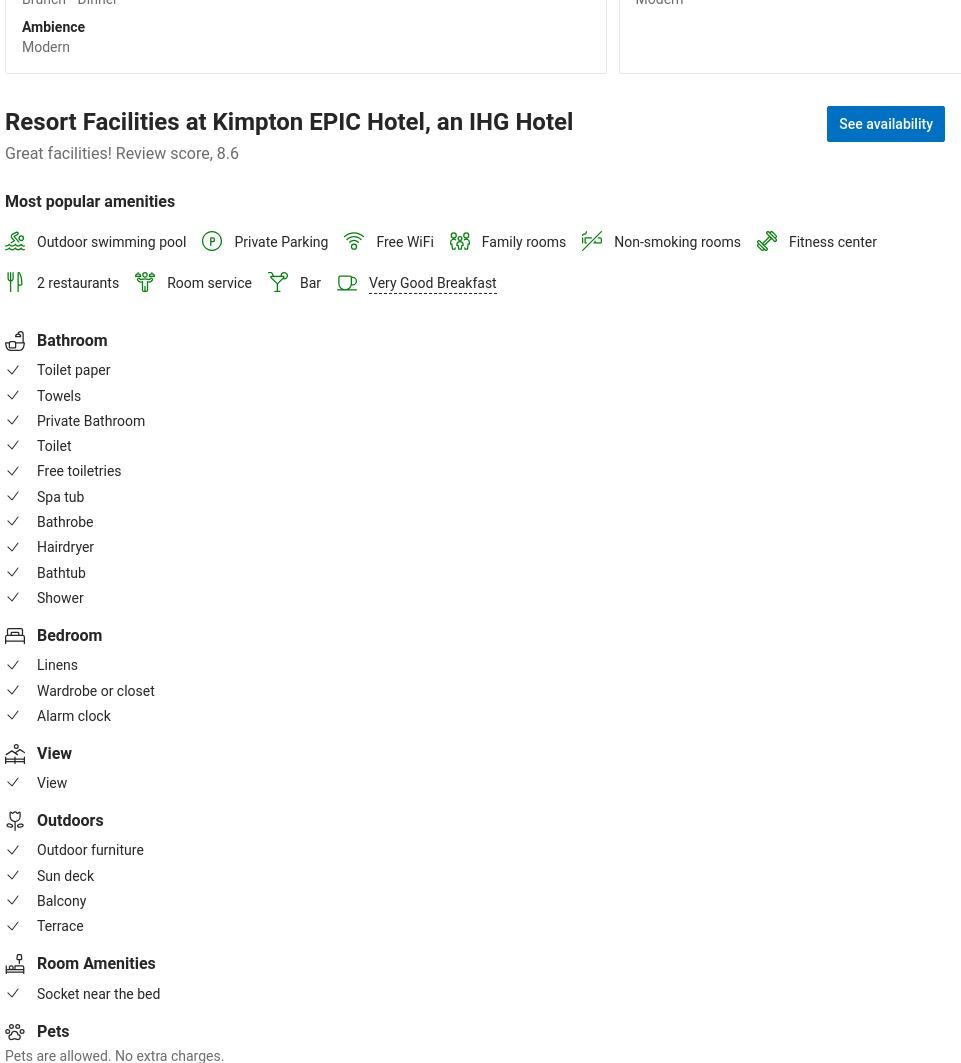 The height and width of the screenshot is (1063, 961). What do you see at coordinates (57, 664) in the screenshot?
I see `'Linens'` at bounding box center [57, 664].